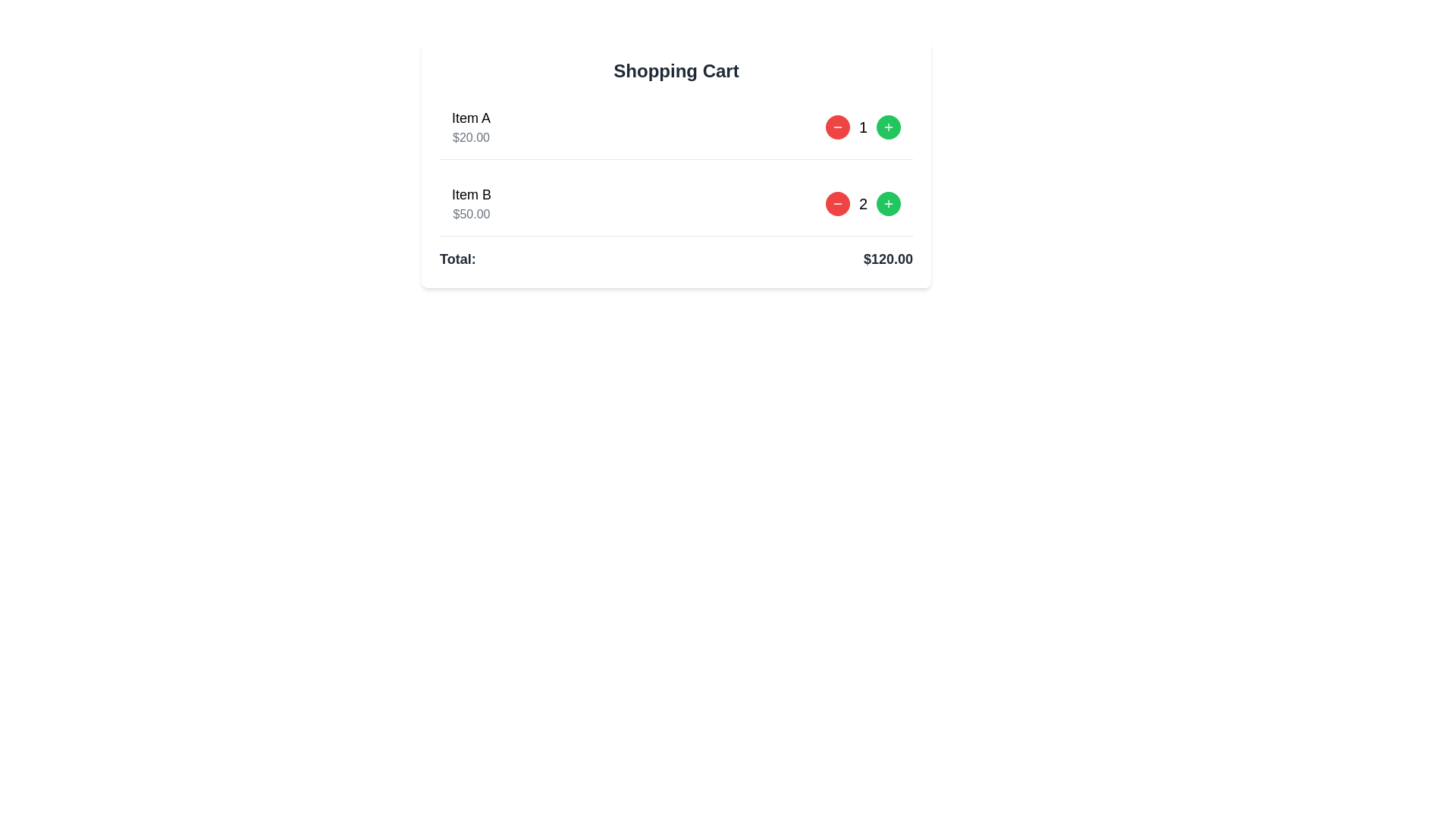 The image size is (1456, 819). I want to click on the plus icon in the green circular button for incrementing the quantity of 'Item A' in the shopping cart interface, so click(888, 127).